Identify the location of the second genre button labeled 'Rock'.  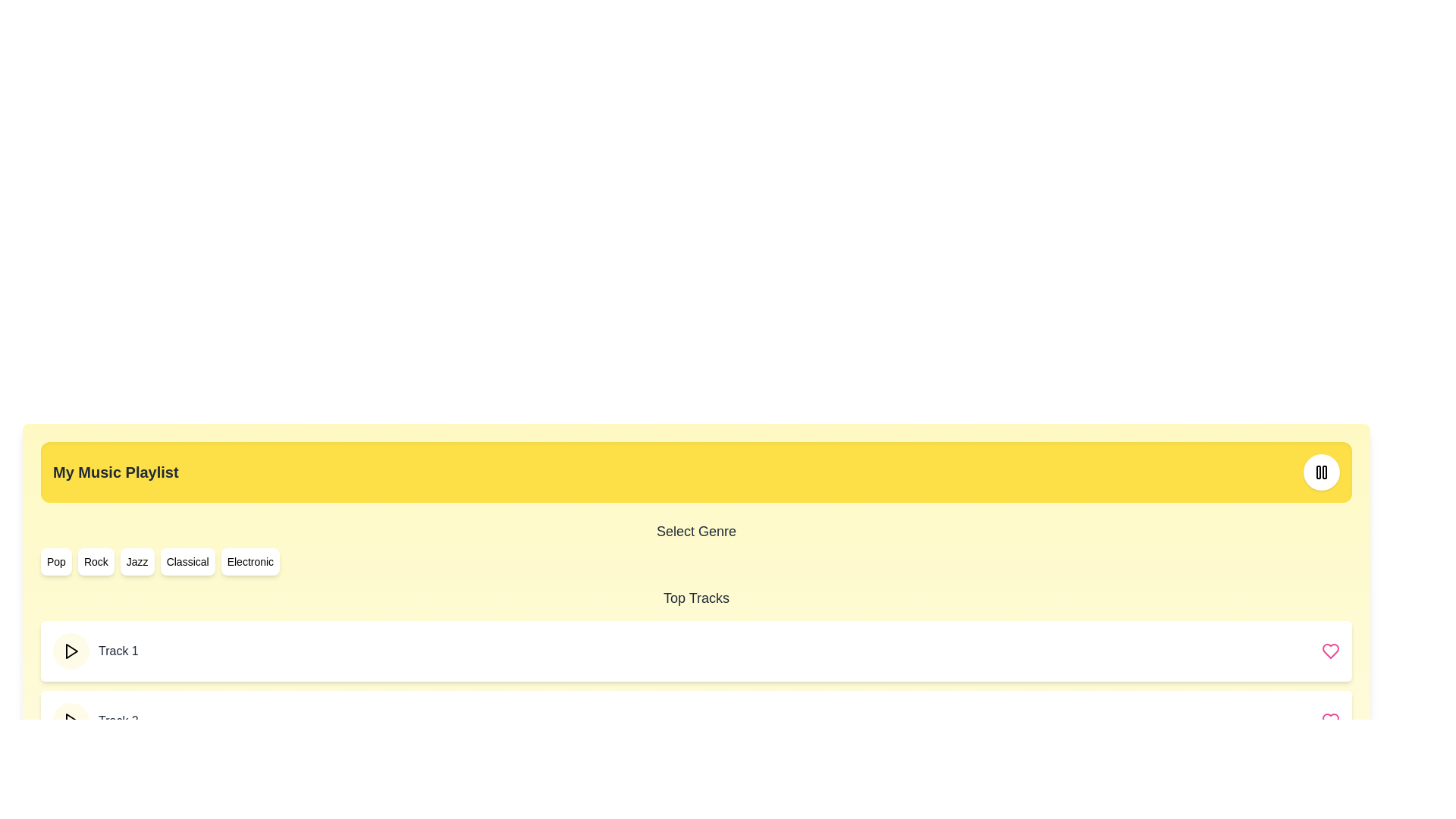
(95, 561).